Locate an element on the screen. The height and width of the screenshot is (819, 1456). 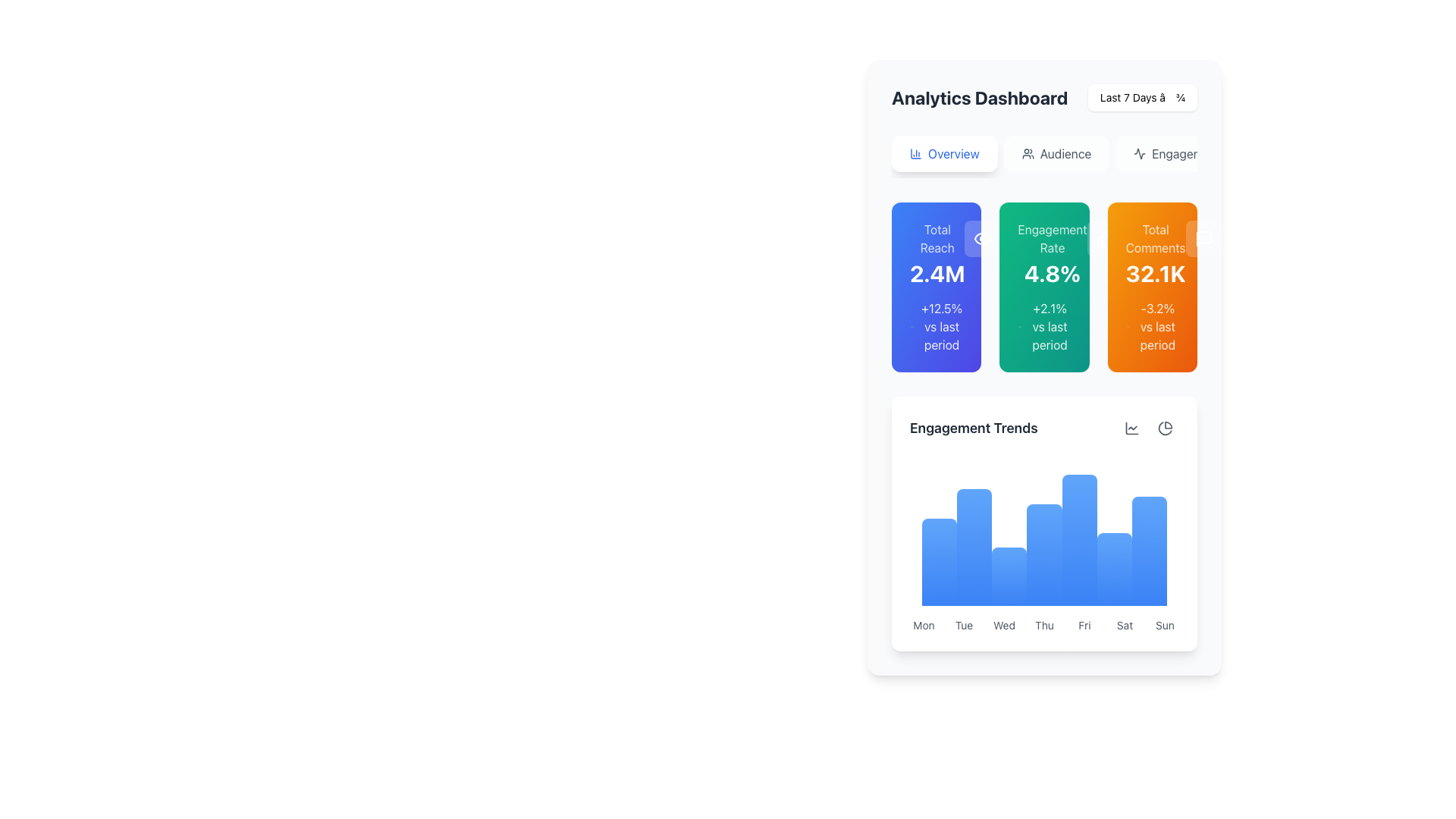
the interactive data points of the Bar chart card that visually represents engagement metrics for daily trends, located in the bottom-right section of the analytics dashboard is located at coordinates (1043, 522).